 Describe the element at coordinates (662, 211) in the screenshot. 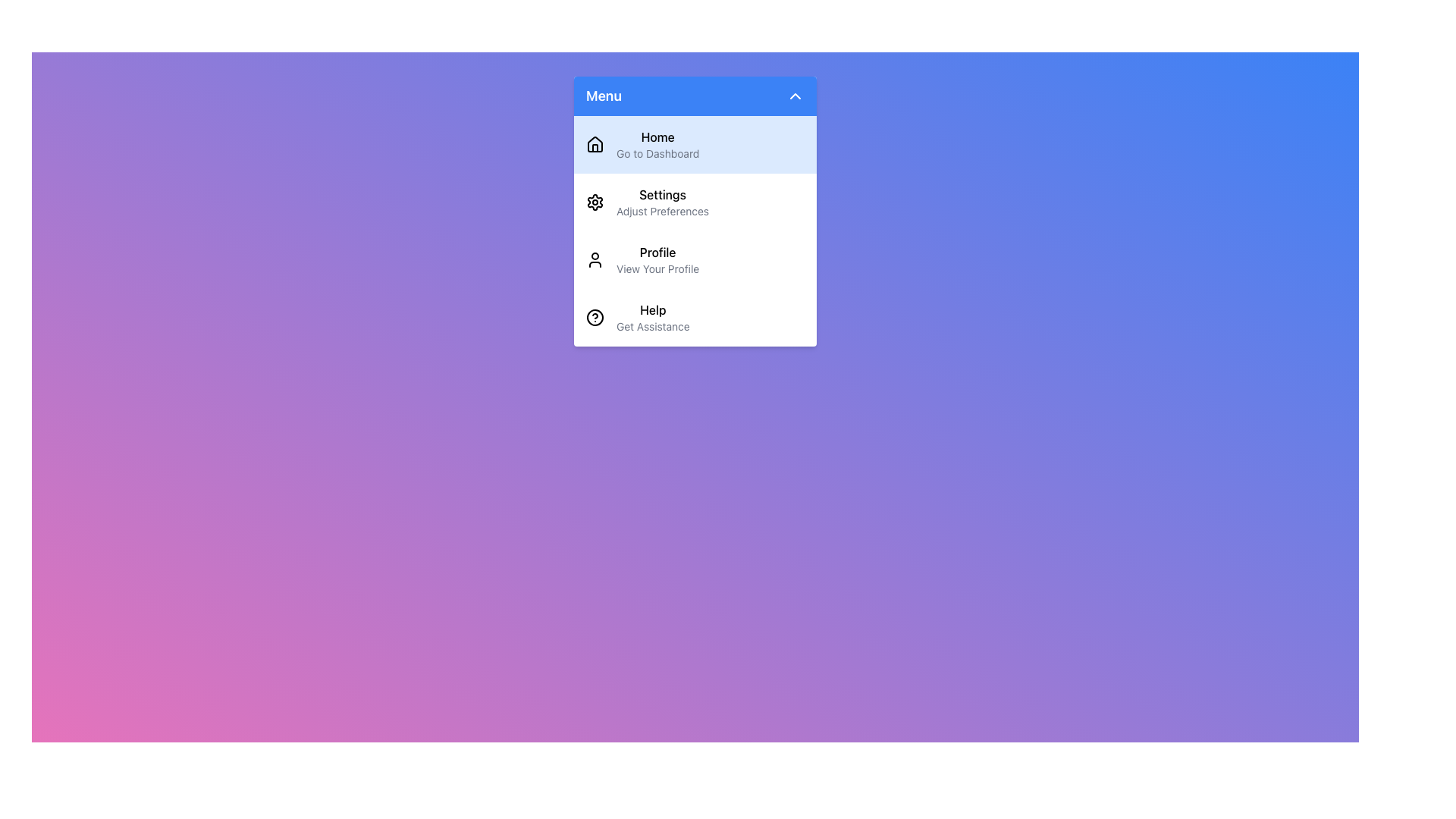

I see `the descriptive text label located beneath the 'Settings' option in the 'Menu' dropdown, which provides information about the 'Settings' section` at that location.